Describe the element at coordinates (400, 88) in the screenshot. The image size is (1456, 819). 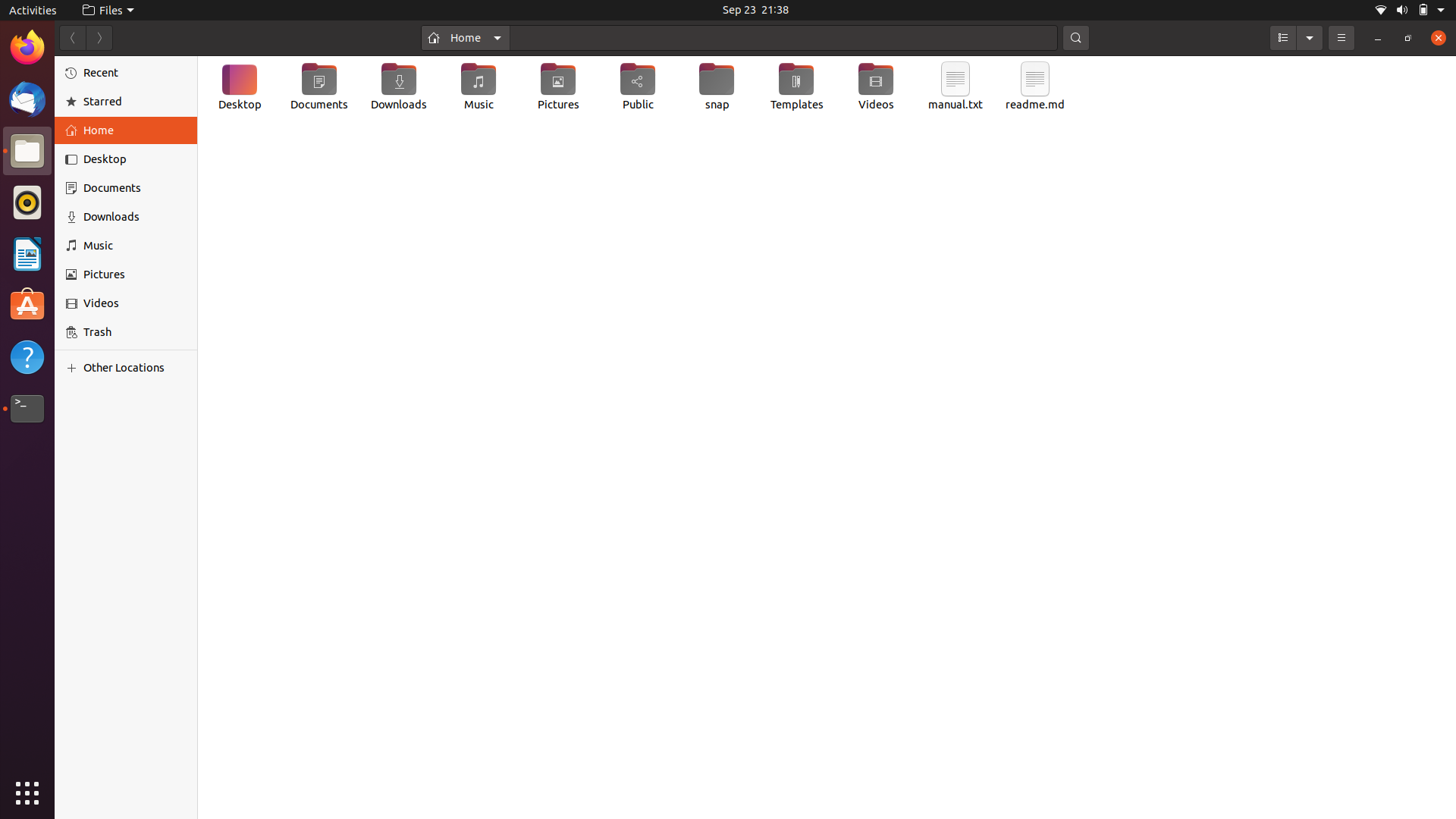
I see `a text file named "file.txt" in the Downloads folder using python automation` at that location.